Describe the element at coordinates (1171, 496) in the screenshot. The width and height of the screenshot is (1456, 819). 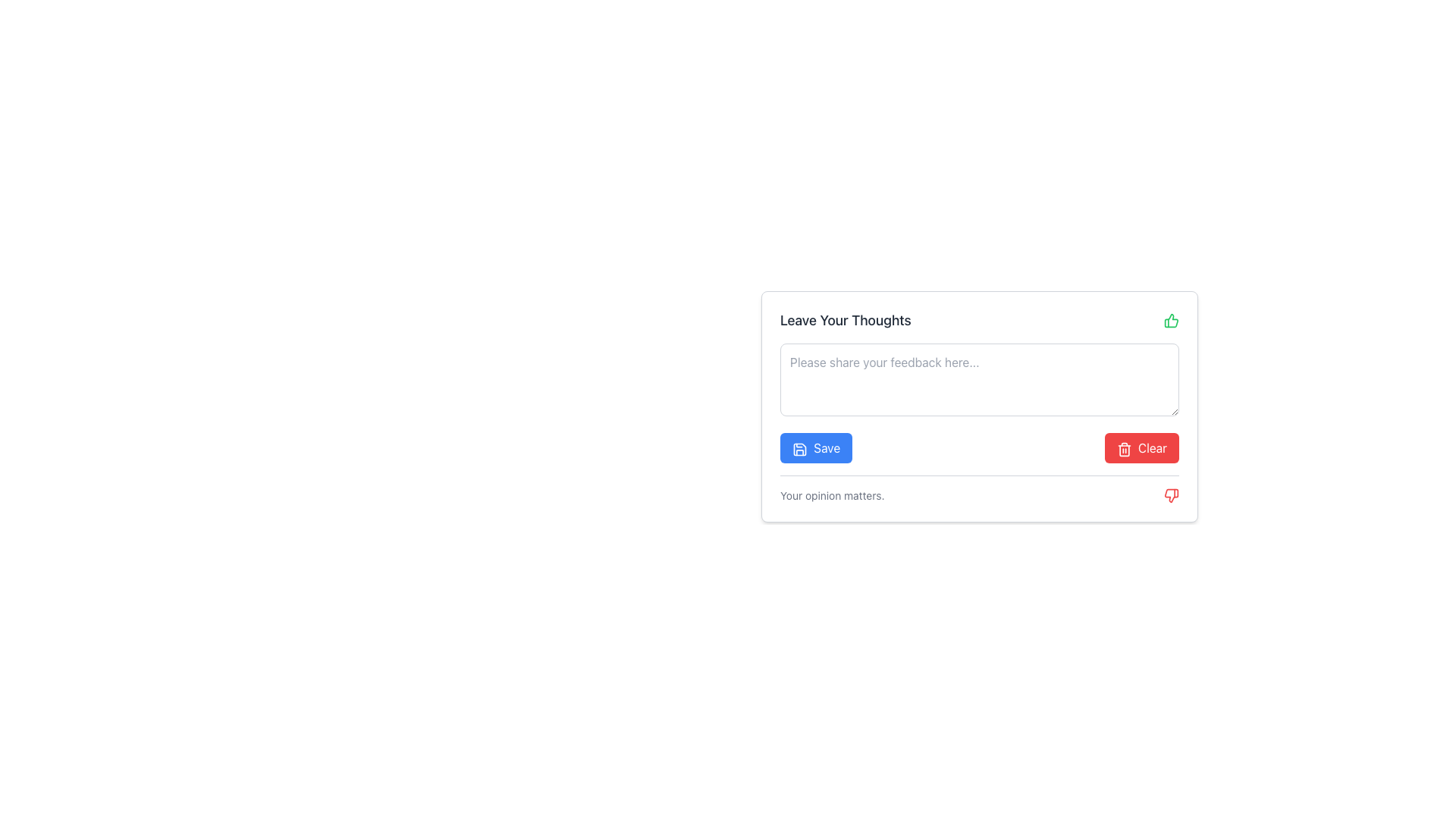
I see `the visual appearance of the lower segment of the thumbs-down icon, which symbolizes negative feedback and is located at the bottom right corner of the interface, adjacent to the 'Clear' button in the feedback submission component` at that location.